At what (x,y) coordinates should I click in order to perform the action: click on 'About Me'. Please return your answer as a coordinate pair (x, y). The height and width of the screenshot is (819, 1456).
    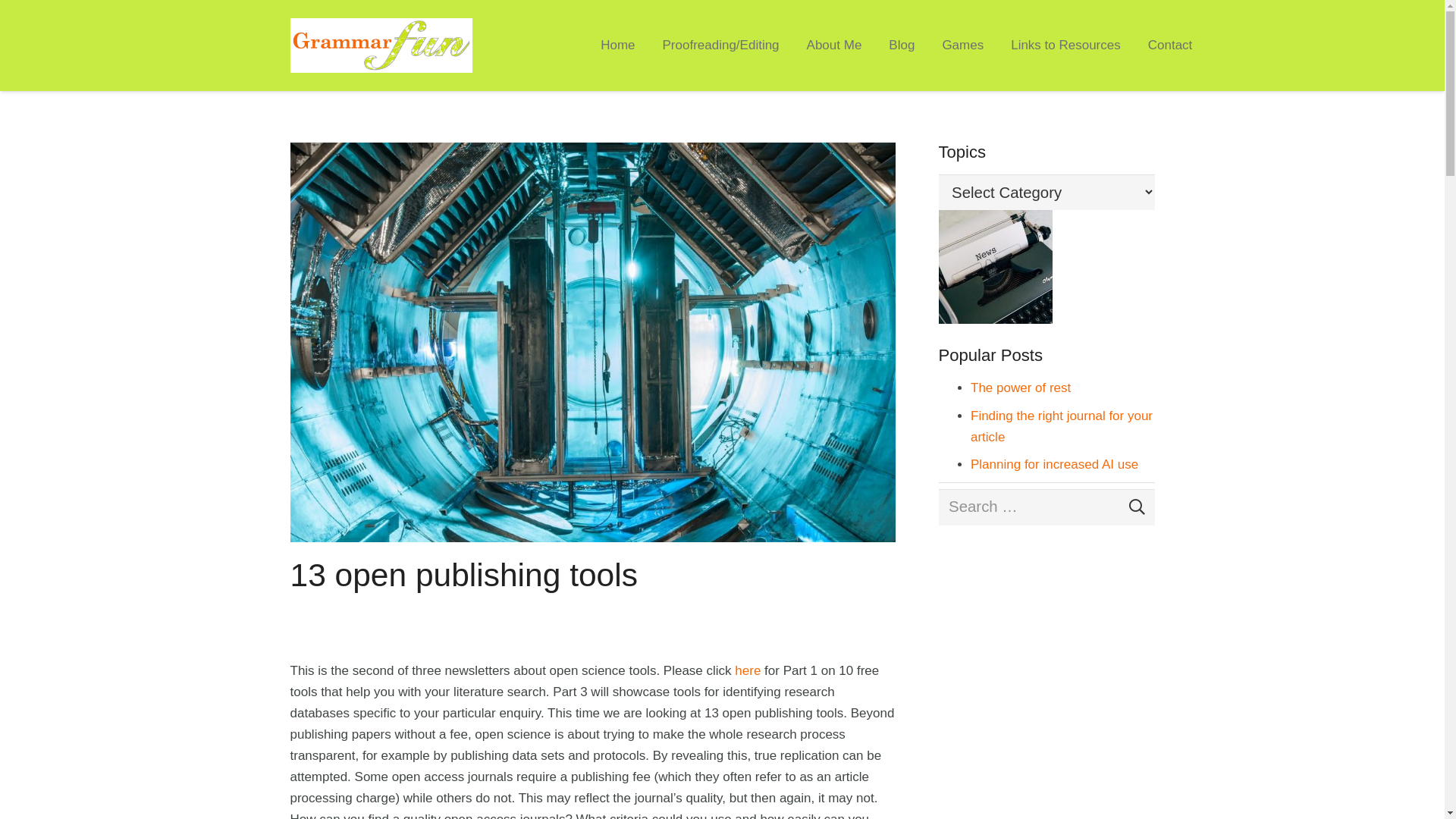
    Looking at the image, I should click on (833, 45).